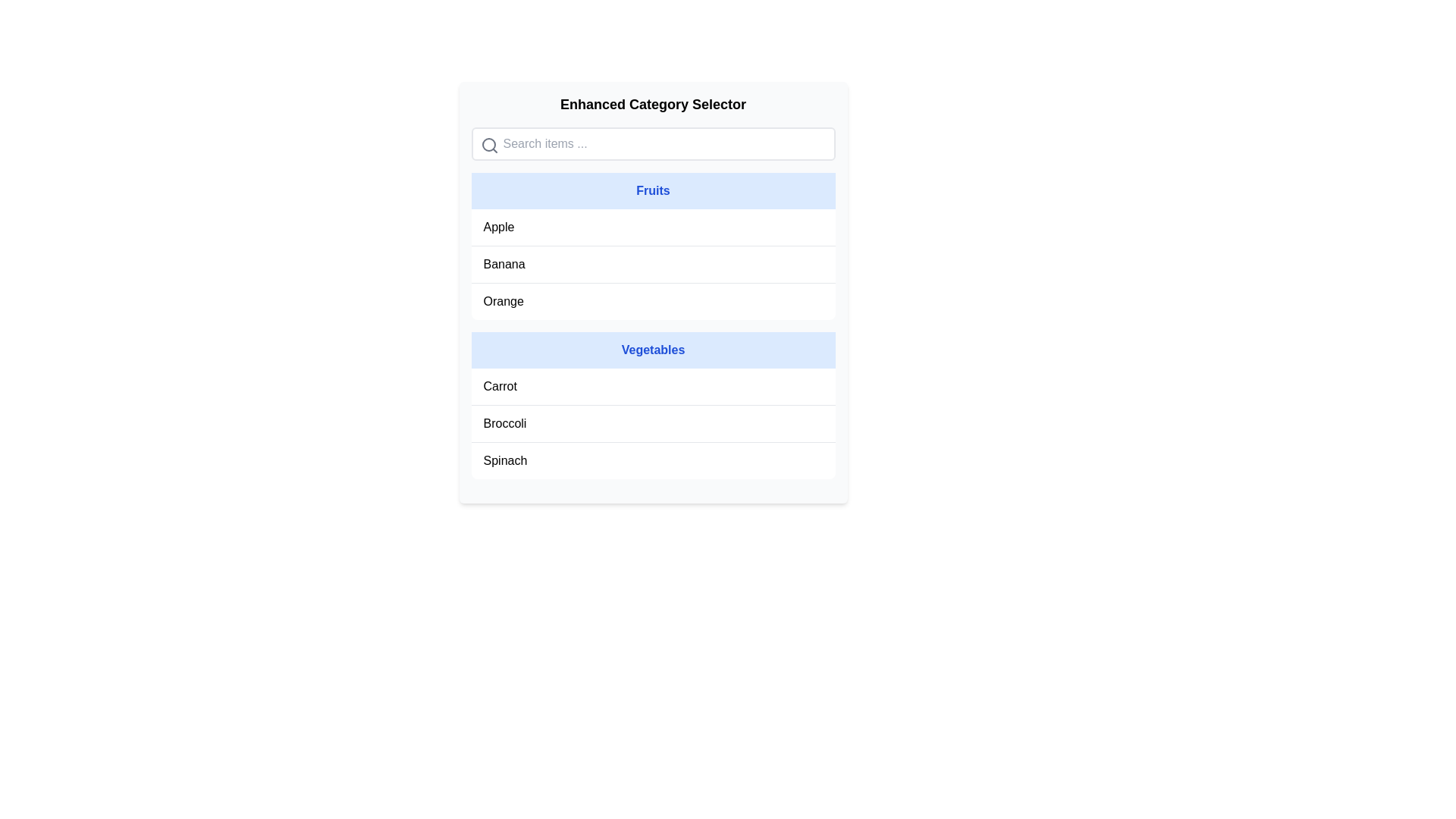 The image size is (1456, 819). What do you see at coordinates (653, 424) in the screenshot?
I see `the list item labeled 'Broccoli' in the 'Vegetables' subsection to observe the background color change effect` at bounding box center [653, 424].